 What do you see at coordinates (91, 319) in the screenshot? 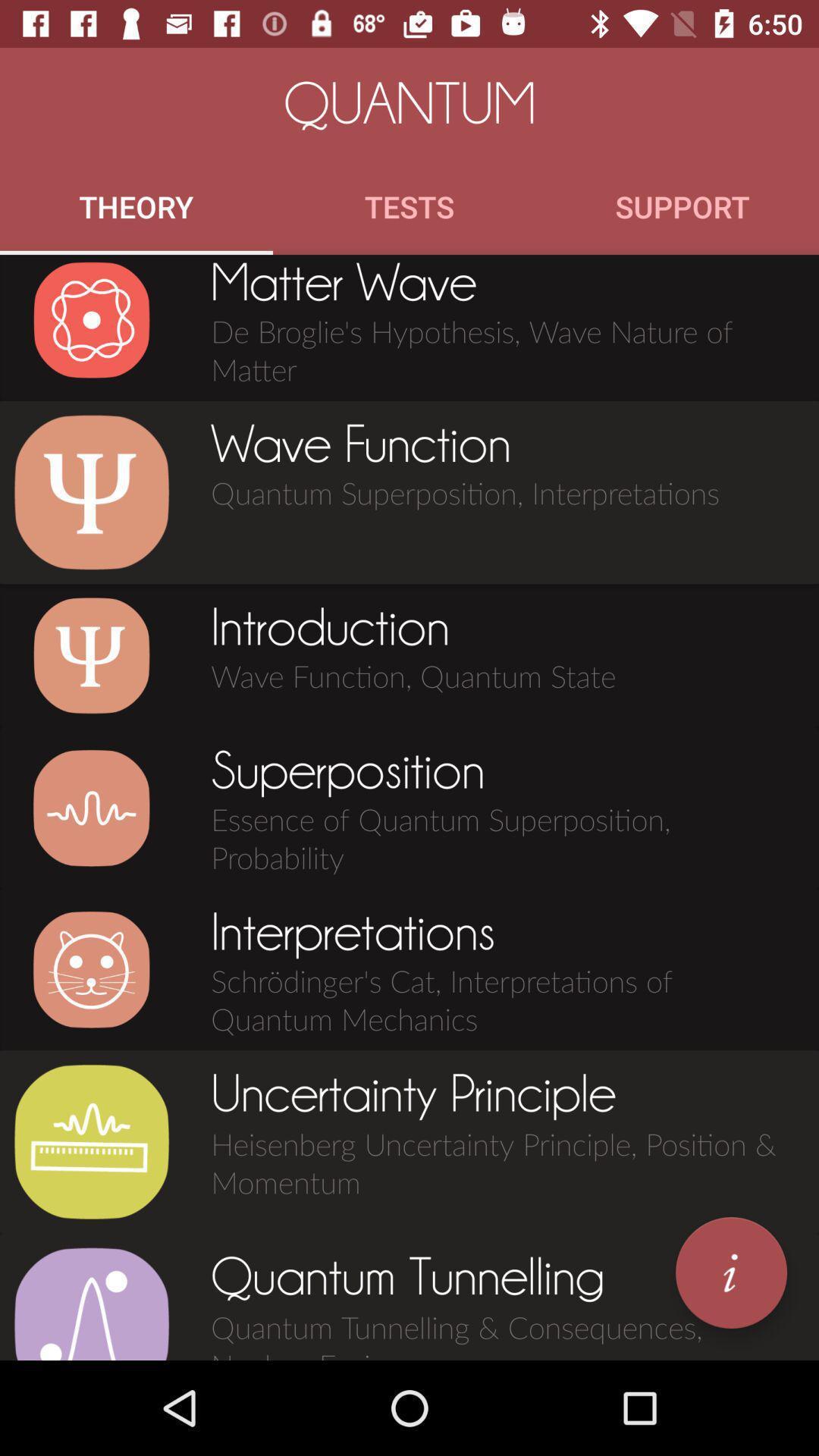
I see `matter wave option` at bounding box center [91, 319].